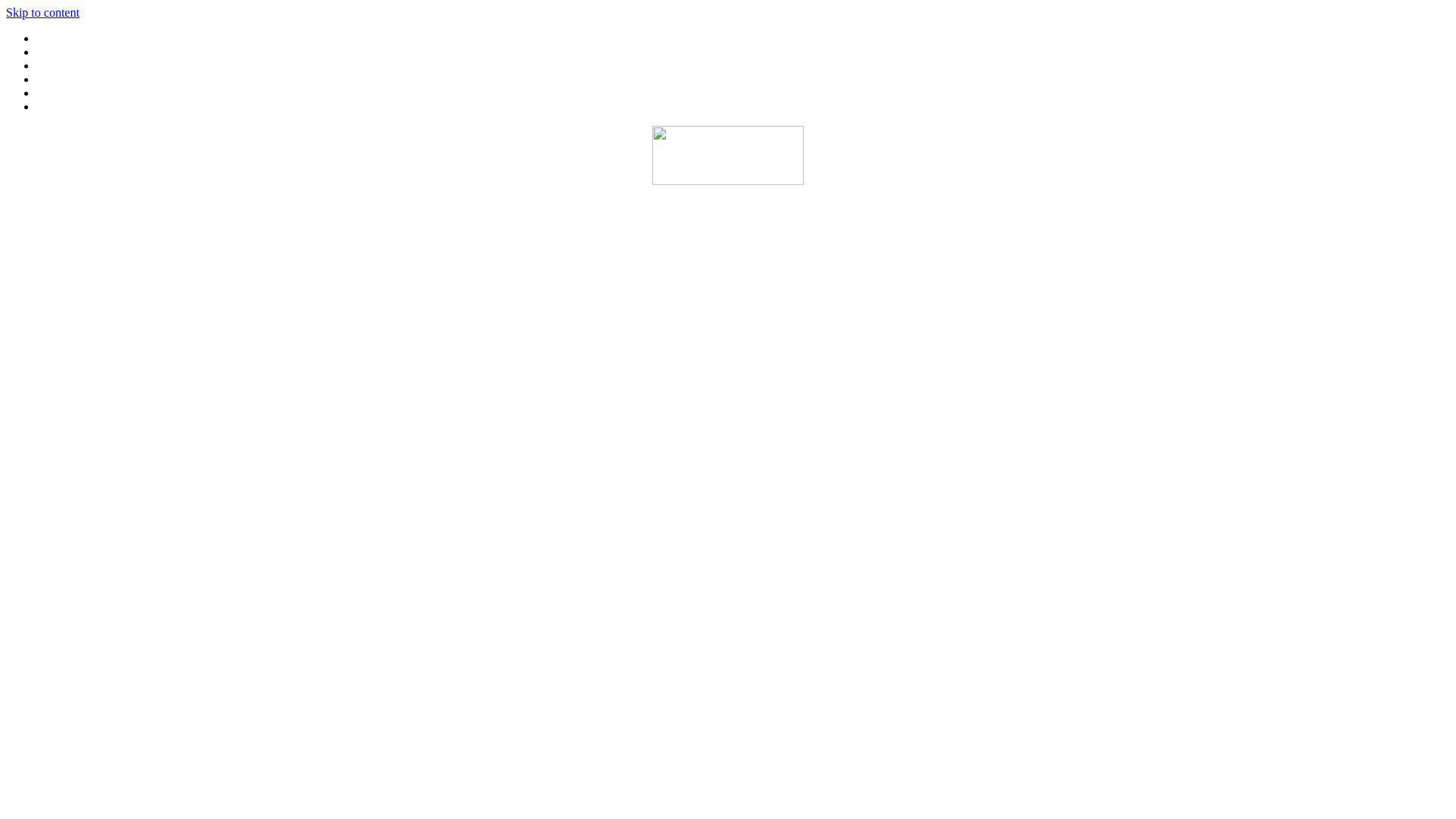 This screenshot has width=1456, height=819. I want to click on 'Skip to content', so click(42, 12).